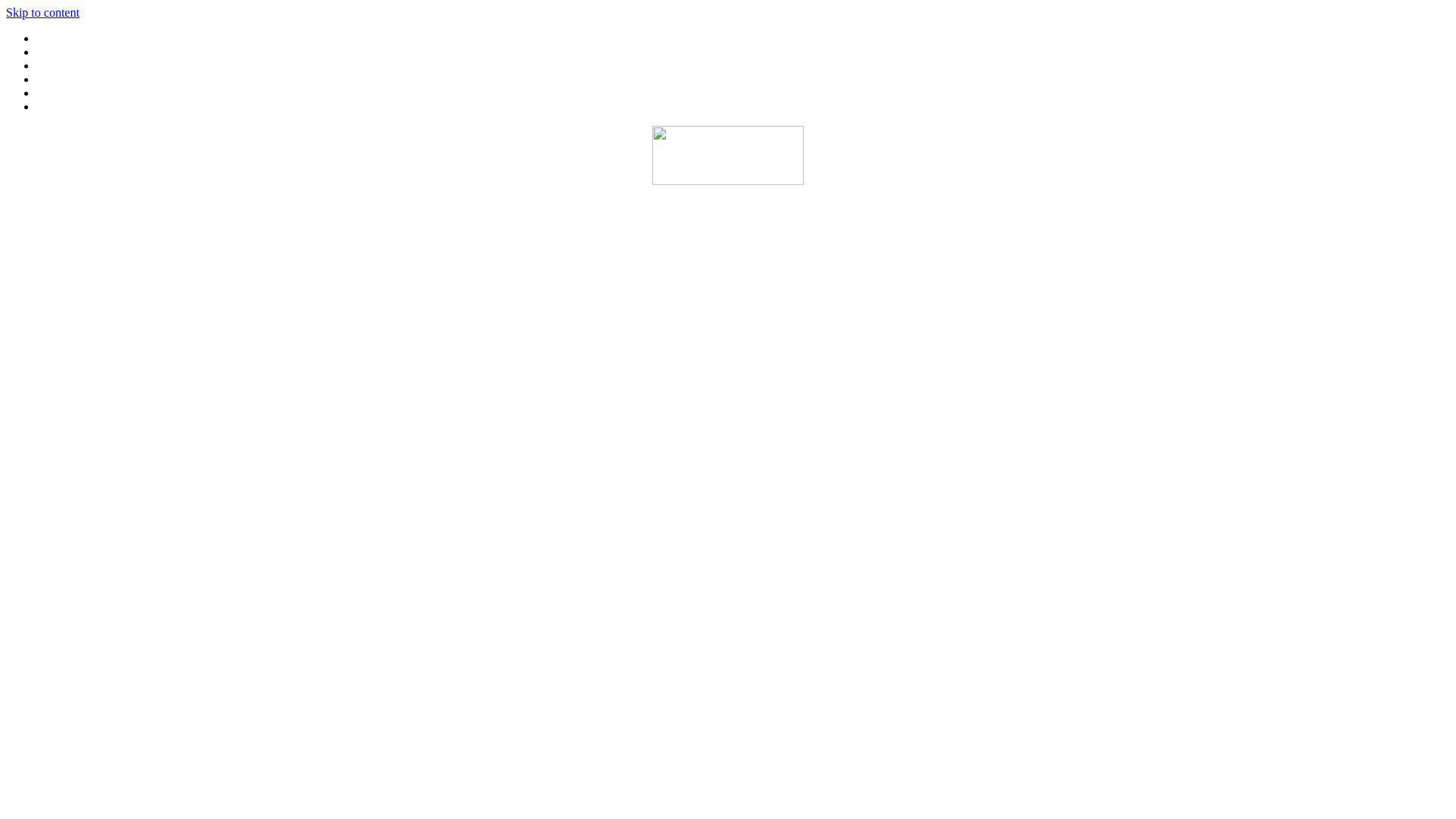 This screenshot has width=1456, height=819. I want to click on 'Skip to content', so click(42, 12).